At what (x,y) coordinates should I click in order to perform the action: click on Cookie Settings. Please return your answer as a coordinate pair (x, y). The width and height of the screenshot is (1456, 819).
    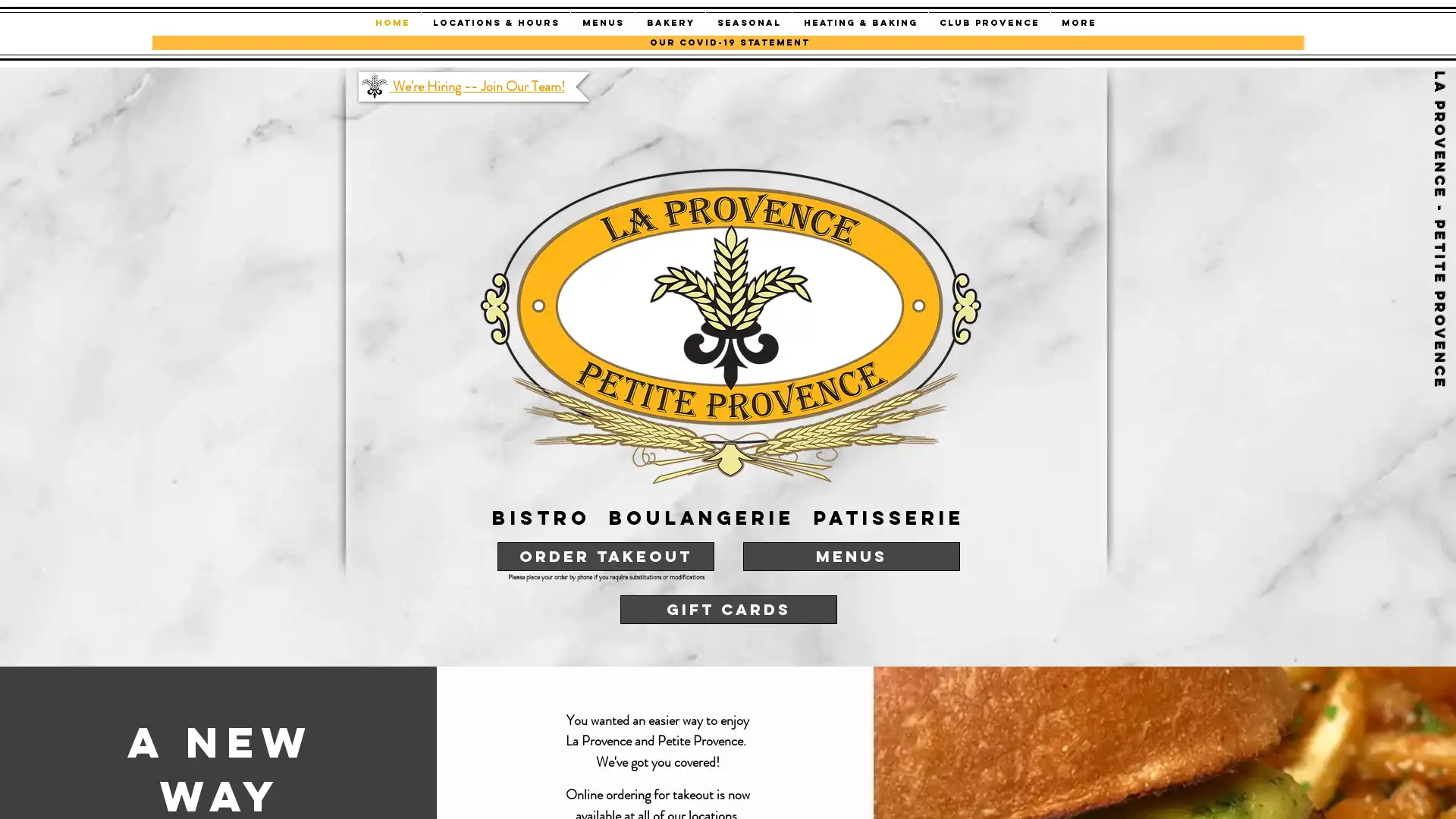
    Looking at the image, I should click on (1291, 792).